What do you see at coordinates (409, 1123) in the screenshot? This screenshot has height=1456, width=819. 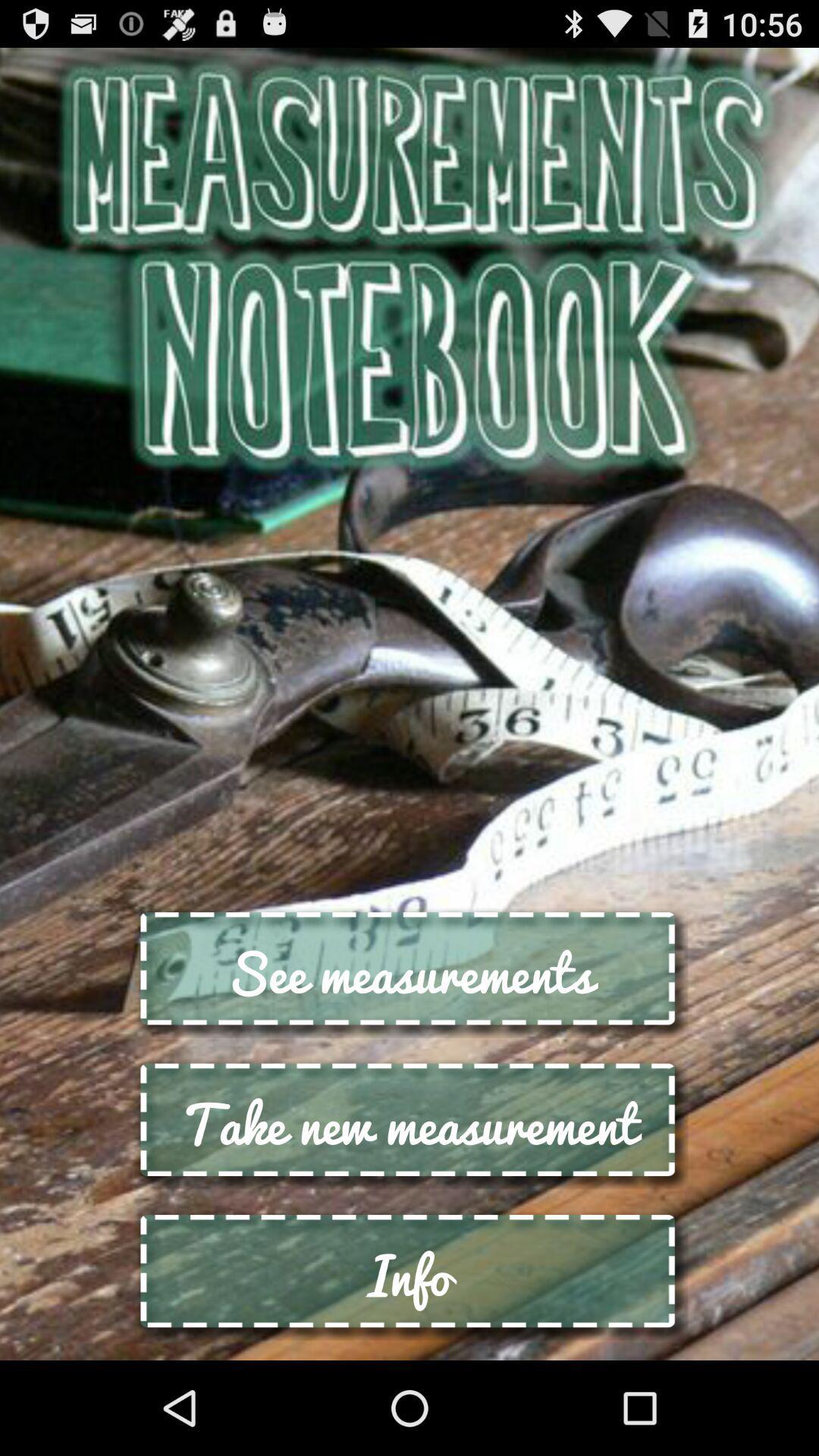 I see `the item above the info` at bounding box center [409, 1123].